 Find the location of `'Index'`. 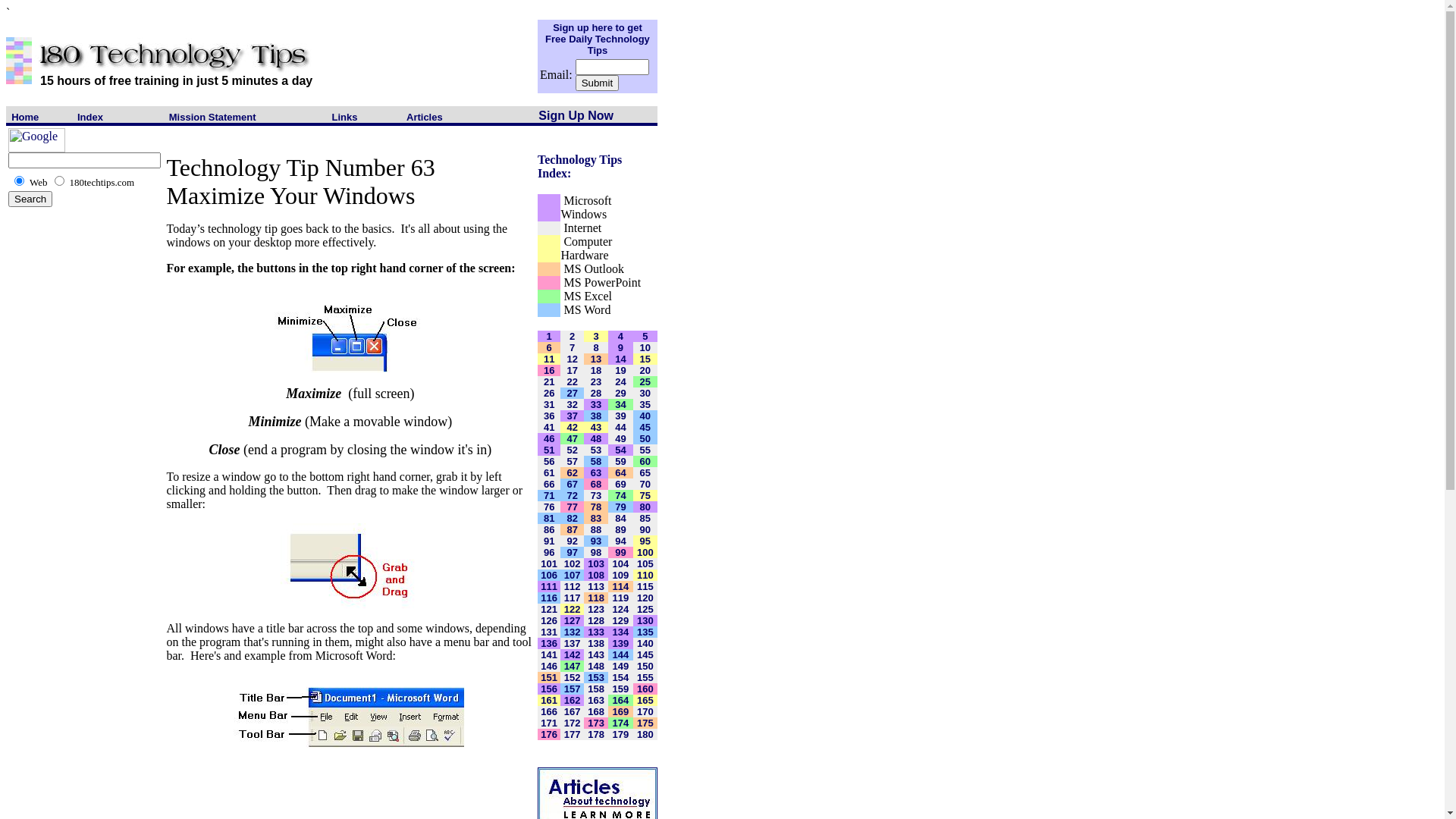

'Index' is located at coordinates (89, 116).